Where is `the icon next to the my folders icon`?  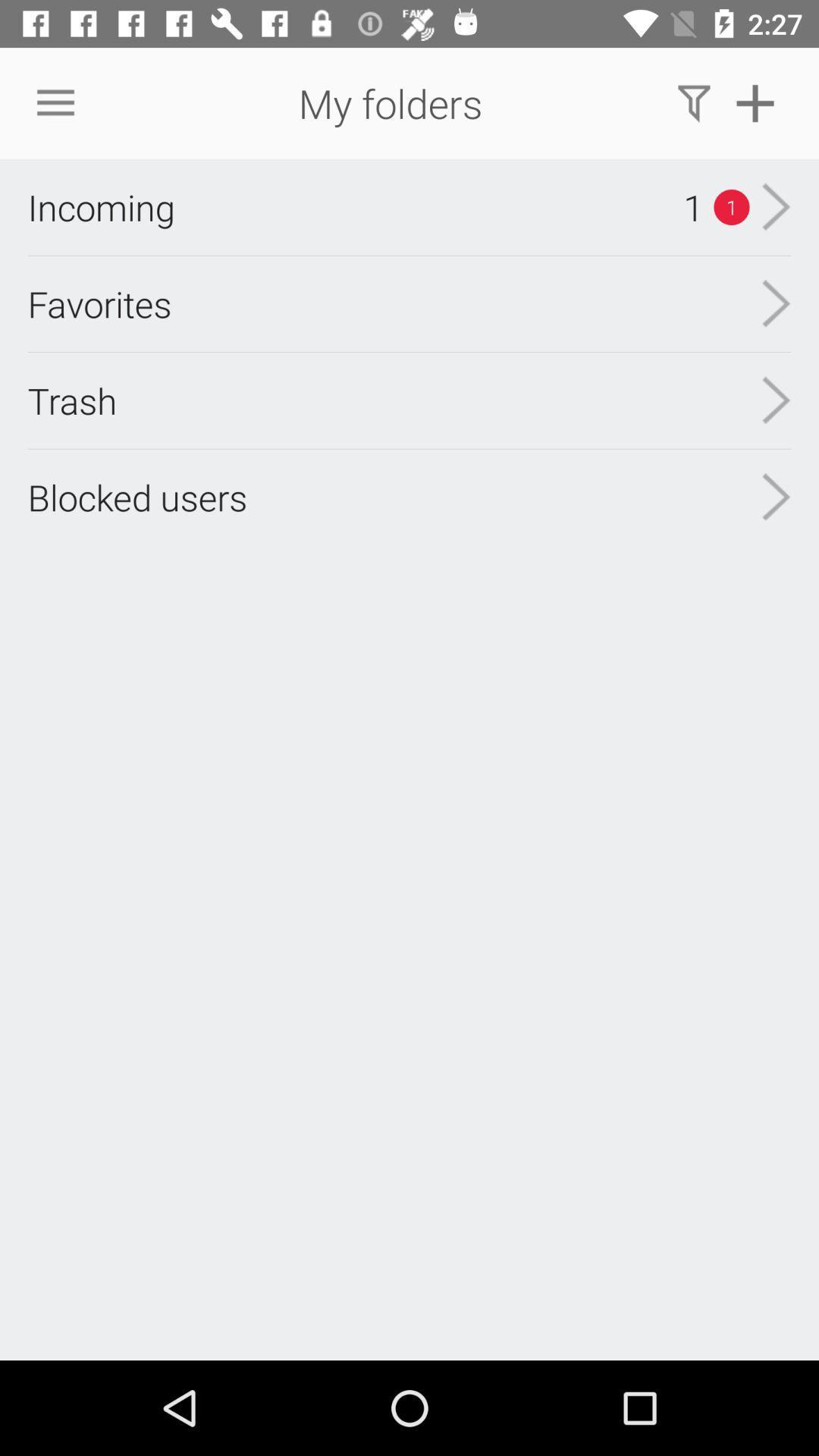 the icon next to the my folders icon is located at coordinates (694, 102).